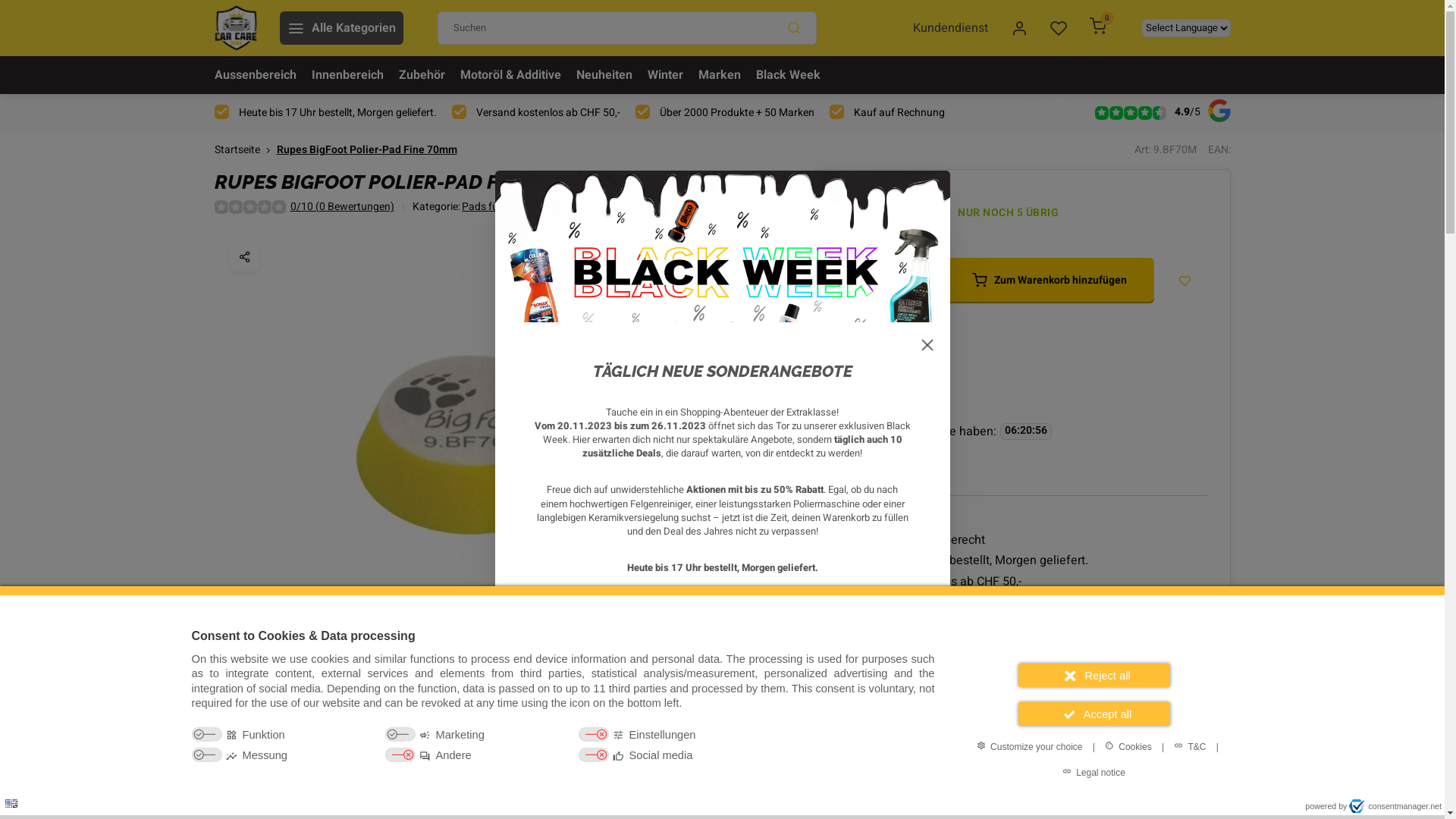 The height and width of the screenshot is (819, 1456). What do you see at coordinates (665, 75) in the screenshot?
I see `'Winter'` at bounding box center [665, 75].